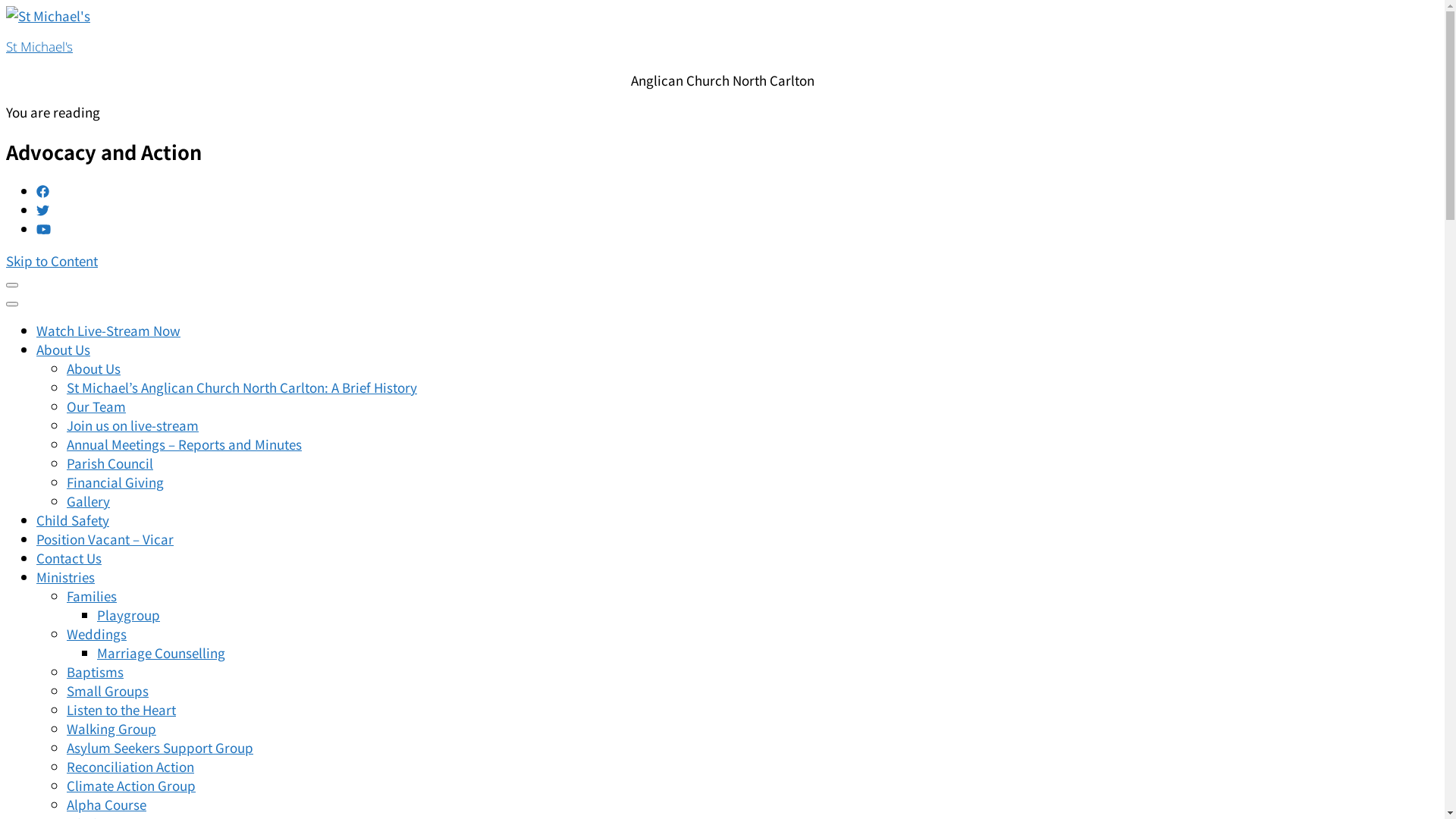 The width and height of the screenshot is (1456, 819). Describe the element at coordinates (95, 405) in the screenshot. I see `'Our Team'` at that location.